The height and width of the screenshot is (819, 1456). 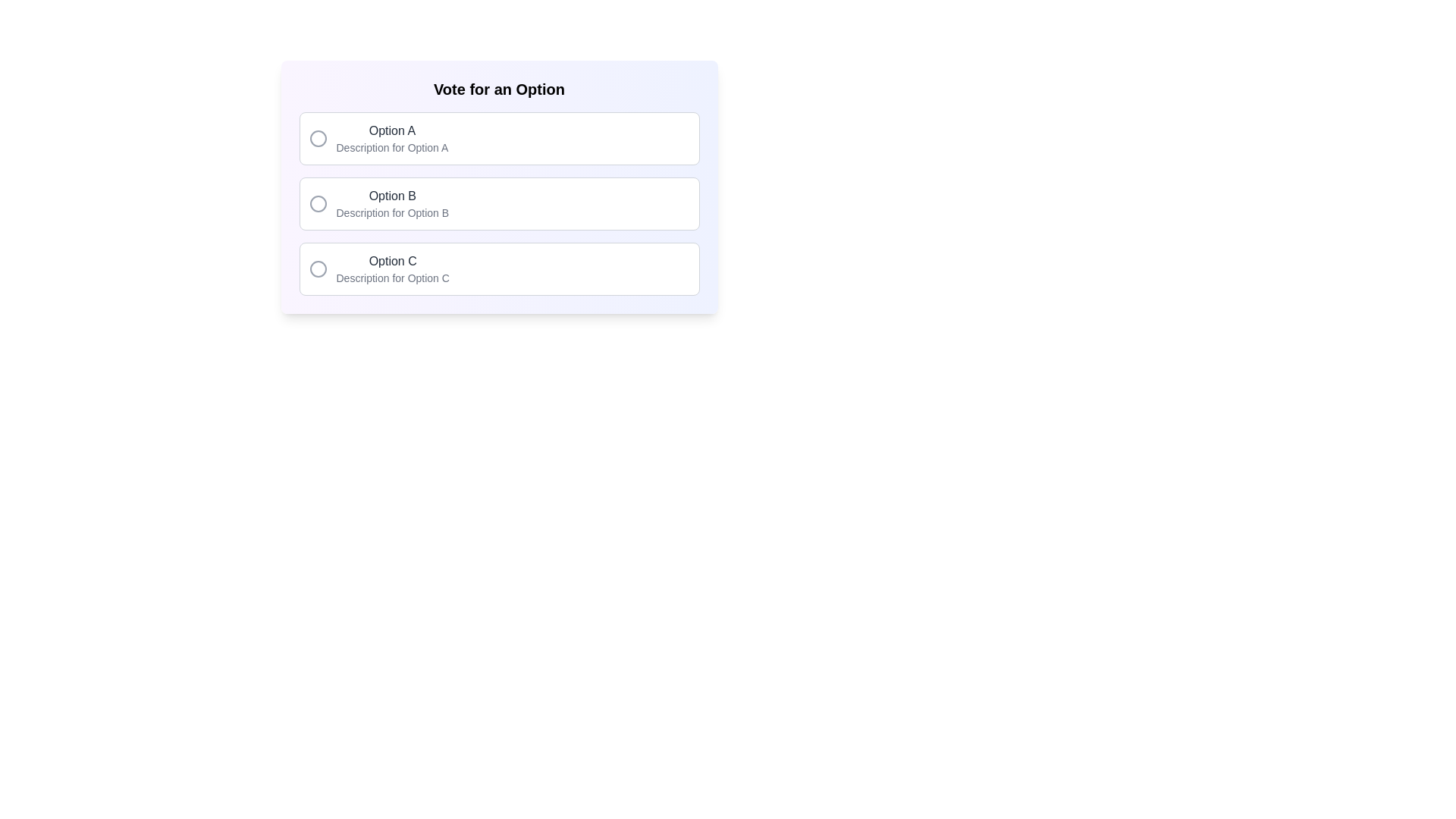 What do you see at coordinates (392, 138) in the screenshot?
I see `the interactive controls related to the 'Option A' text block, which serves as a label and description for the first selectable option in the multi-choice voting interface` at bounding box center [392, 138].